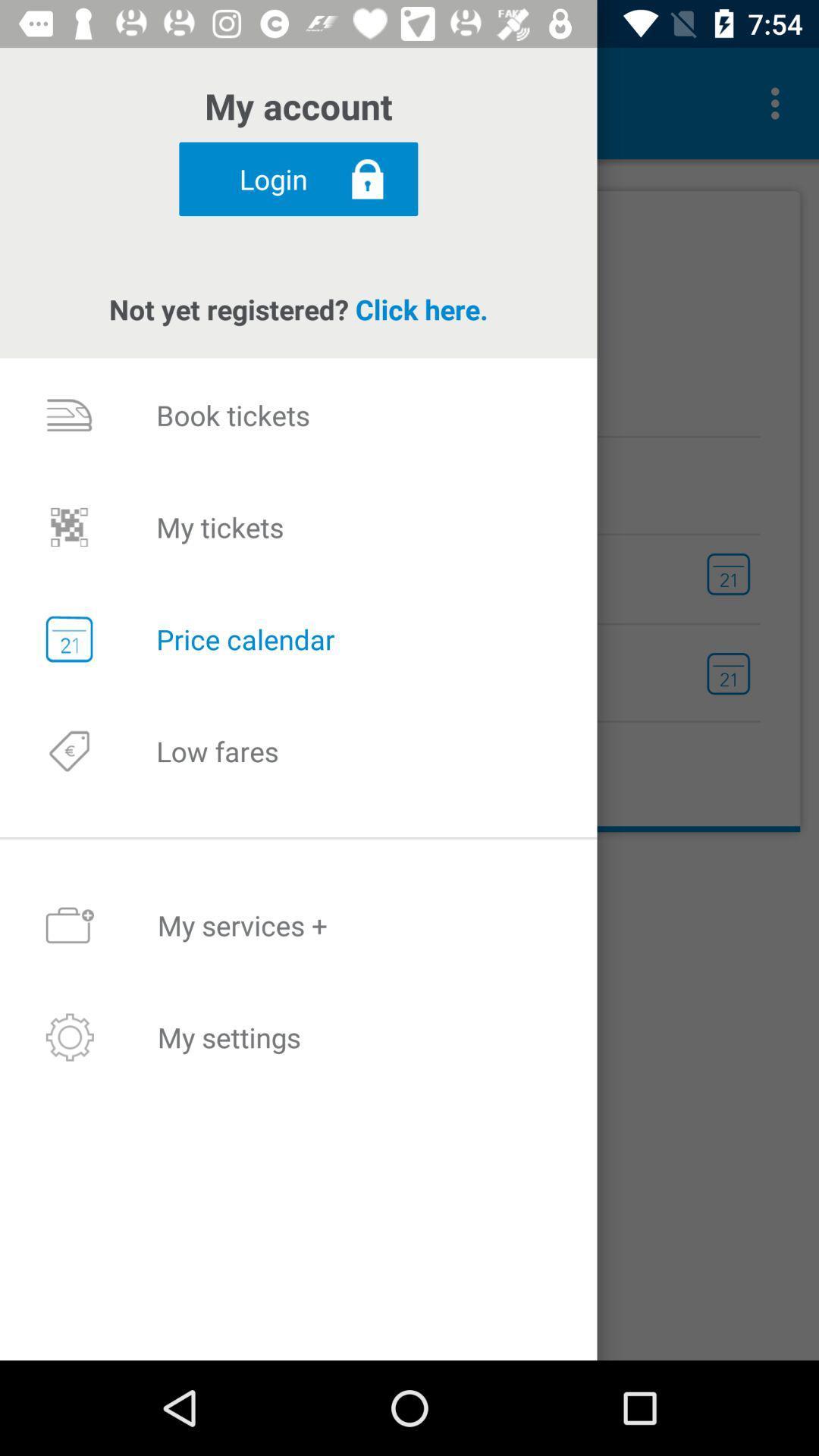  What do you see at coordinates (779, 103) in the screenshot?
I see `menu button` at bounding box center [779, 103].